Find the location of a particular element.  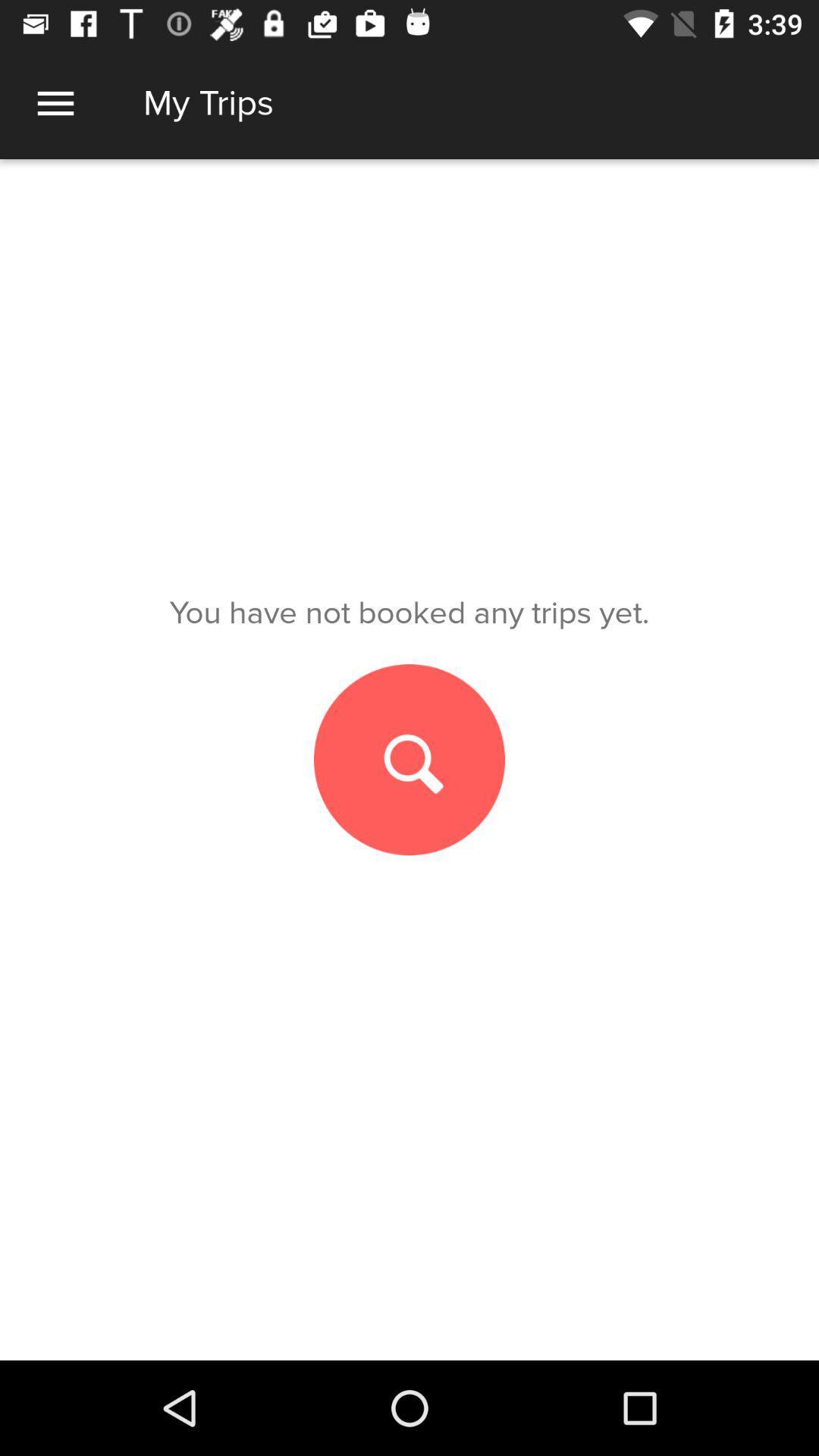

icon below the you have not item is located at coordinates (409, 760).